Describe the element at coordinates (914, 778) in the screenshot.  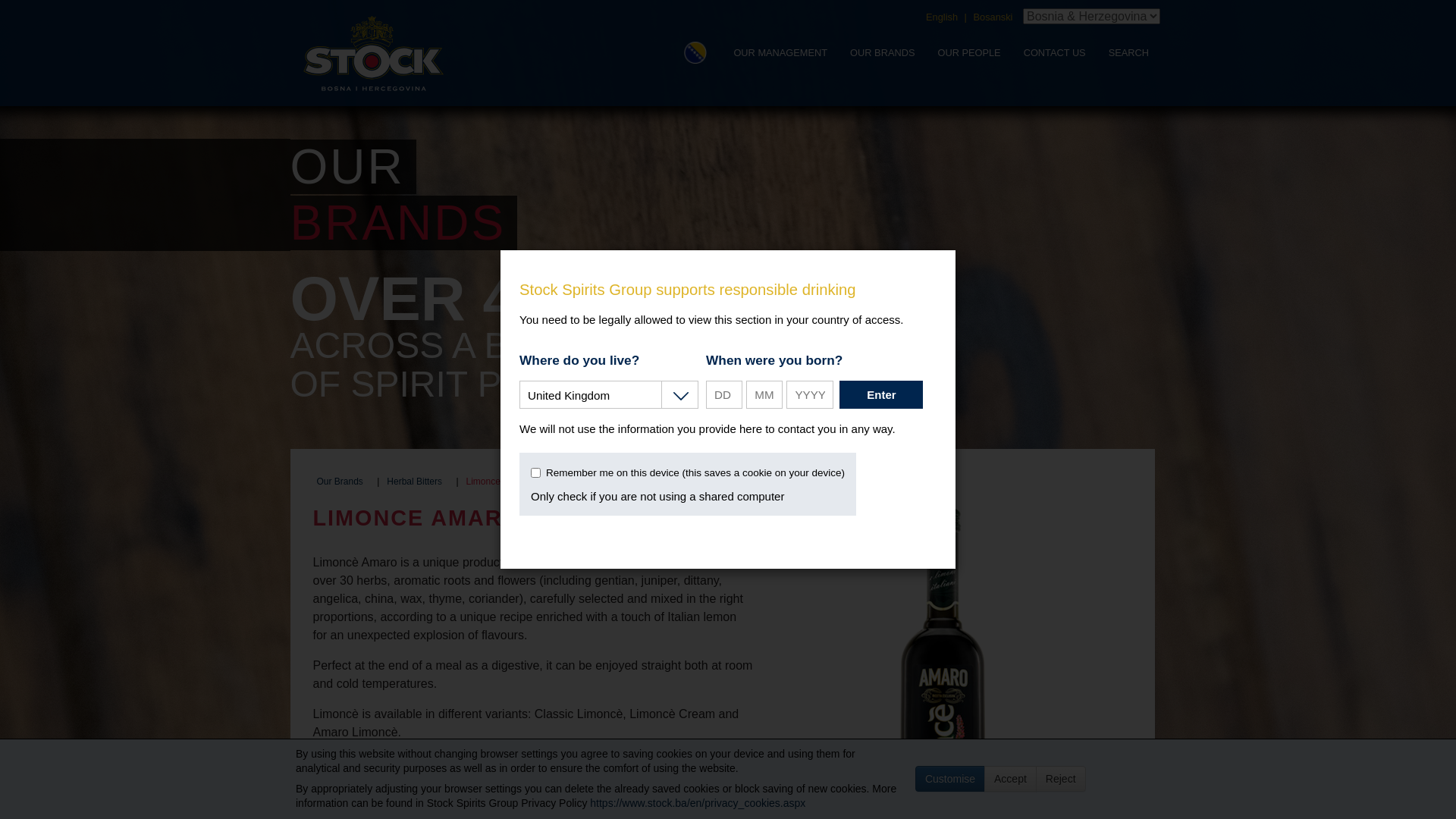
I see `'Customise'` at that location.